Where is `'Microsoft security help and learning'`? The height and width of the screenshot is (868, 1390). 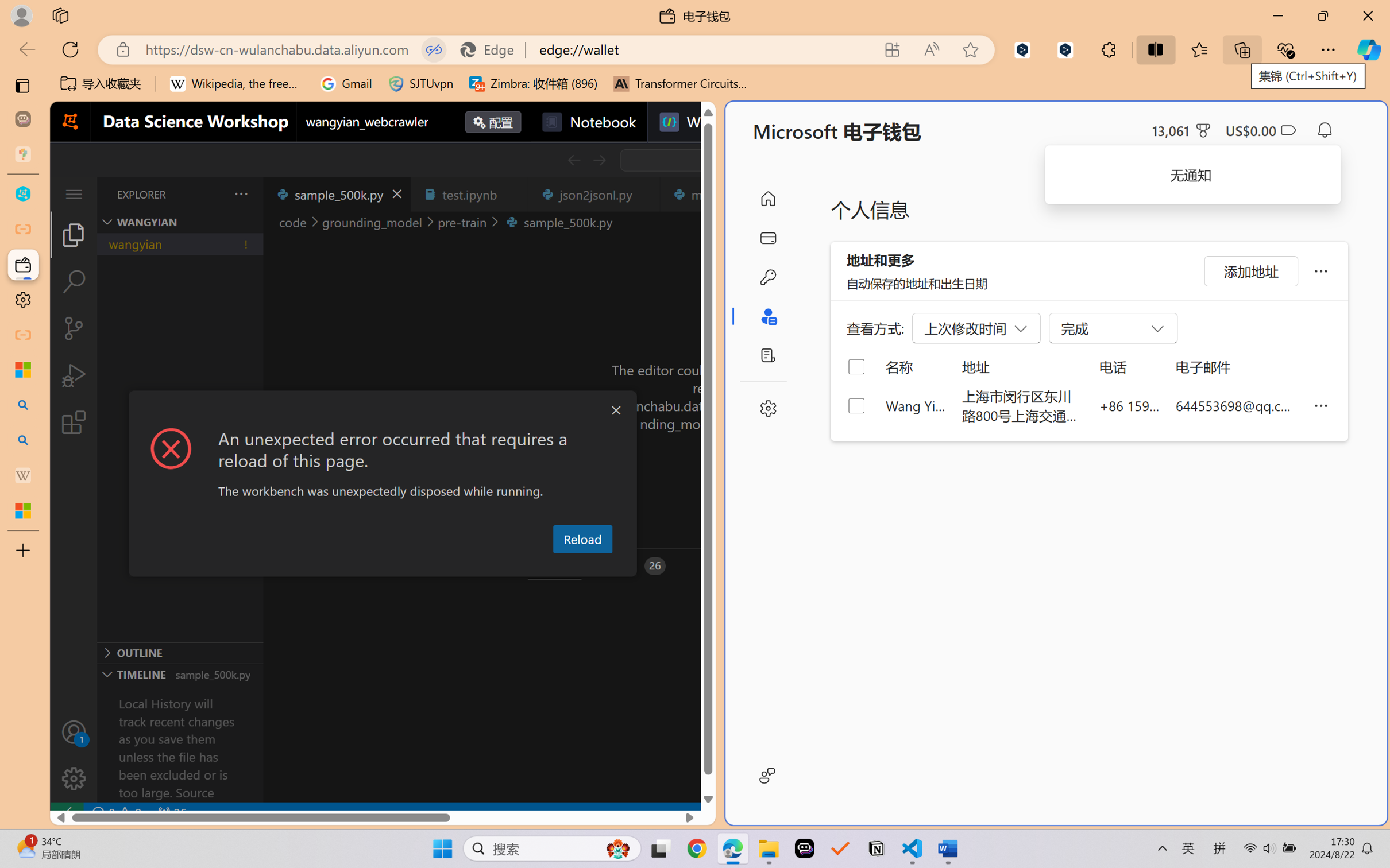
'Microsoft security help and learning' is located at coordinates (22, 369).